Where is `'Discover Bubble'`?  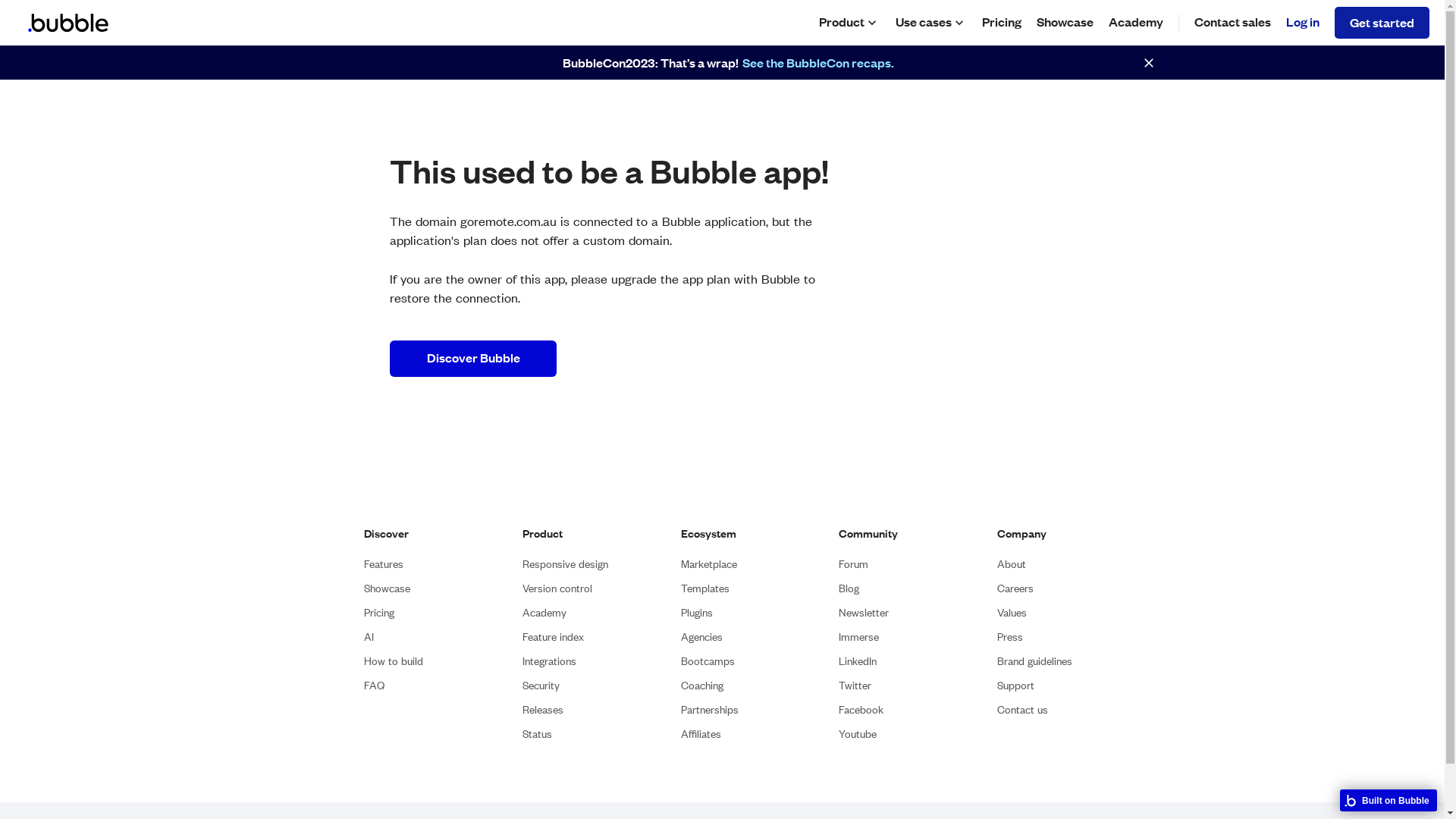 'Discover Bubble' is located at coordinates (472, 359).